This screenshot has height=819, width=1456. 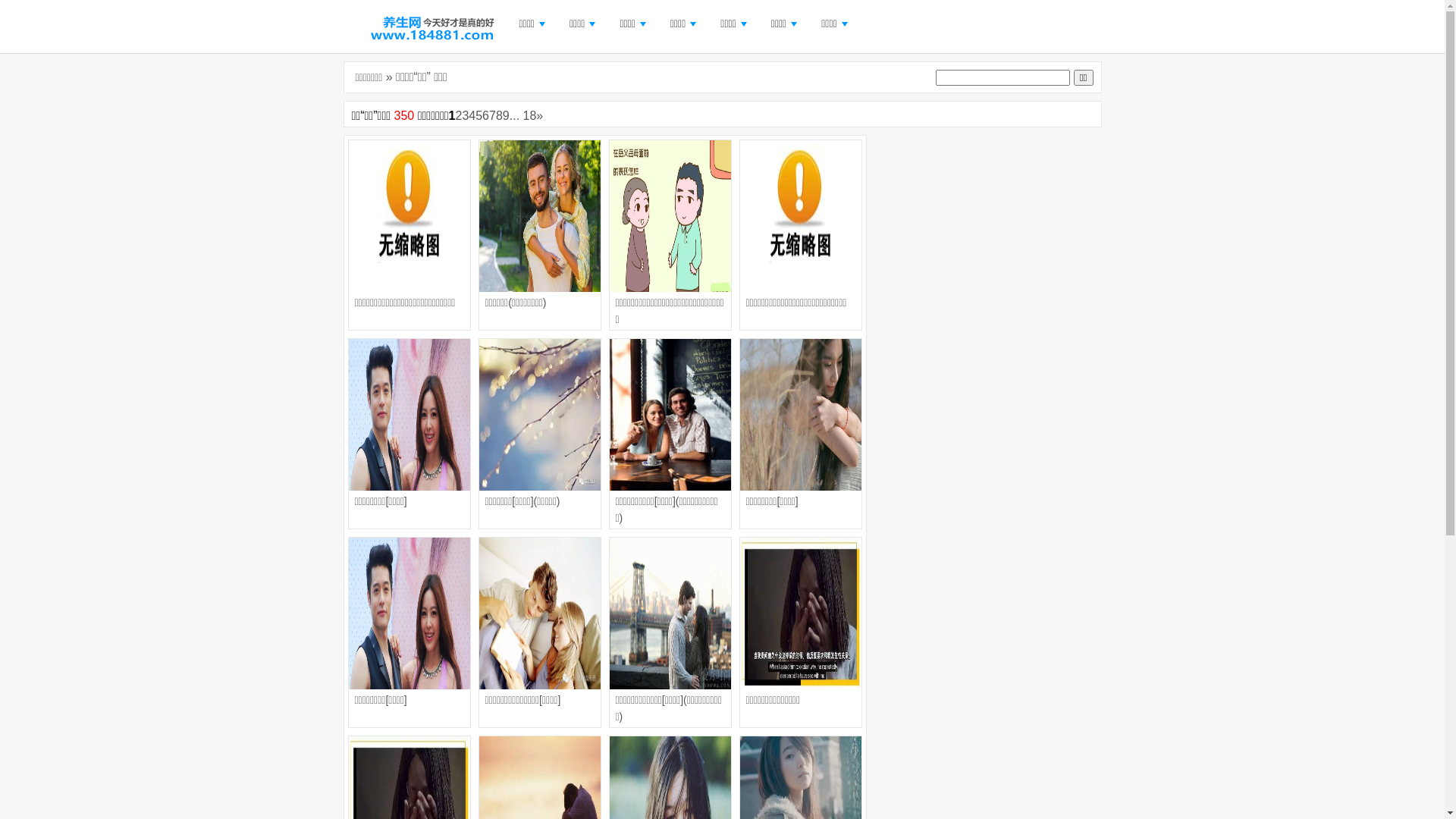 I want to click on '2', so click(x=457, y=115).